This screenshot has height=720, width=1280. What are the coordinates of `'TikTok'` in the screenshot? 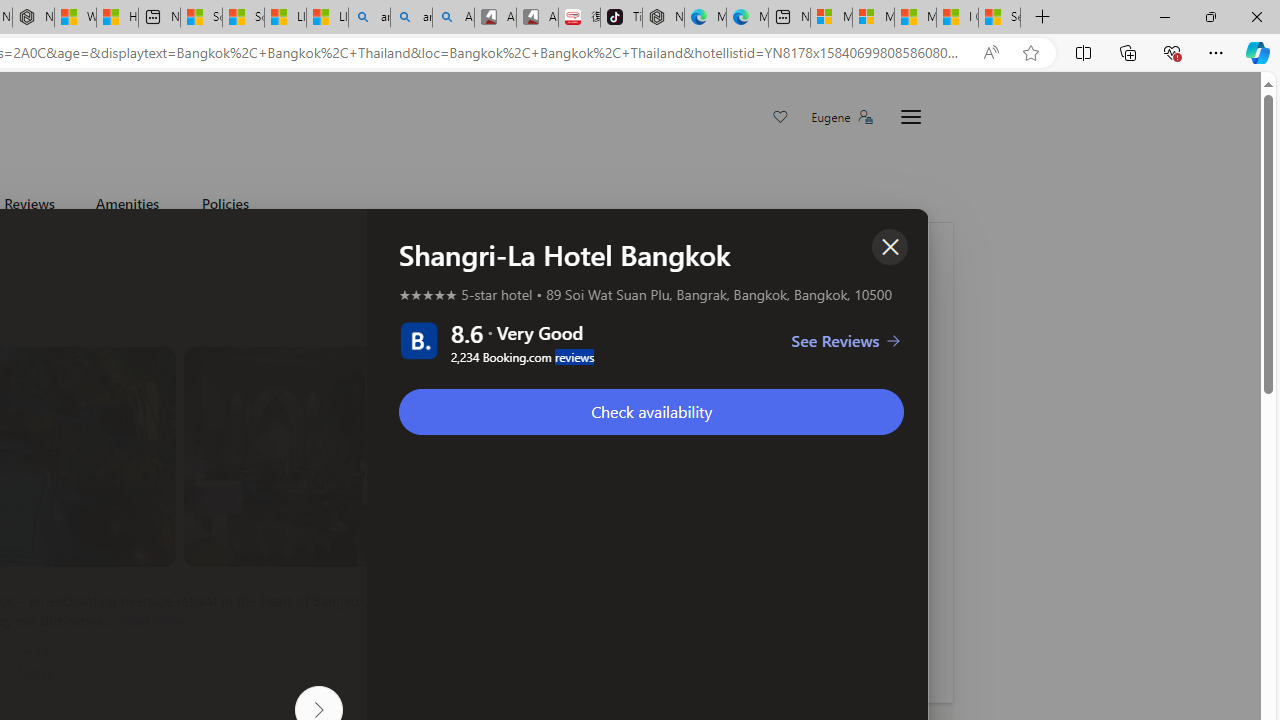 It's located at (620, 17).